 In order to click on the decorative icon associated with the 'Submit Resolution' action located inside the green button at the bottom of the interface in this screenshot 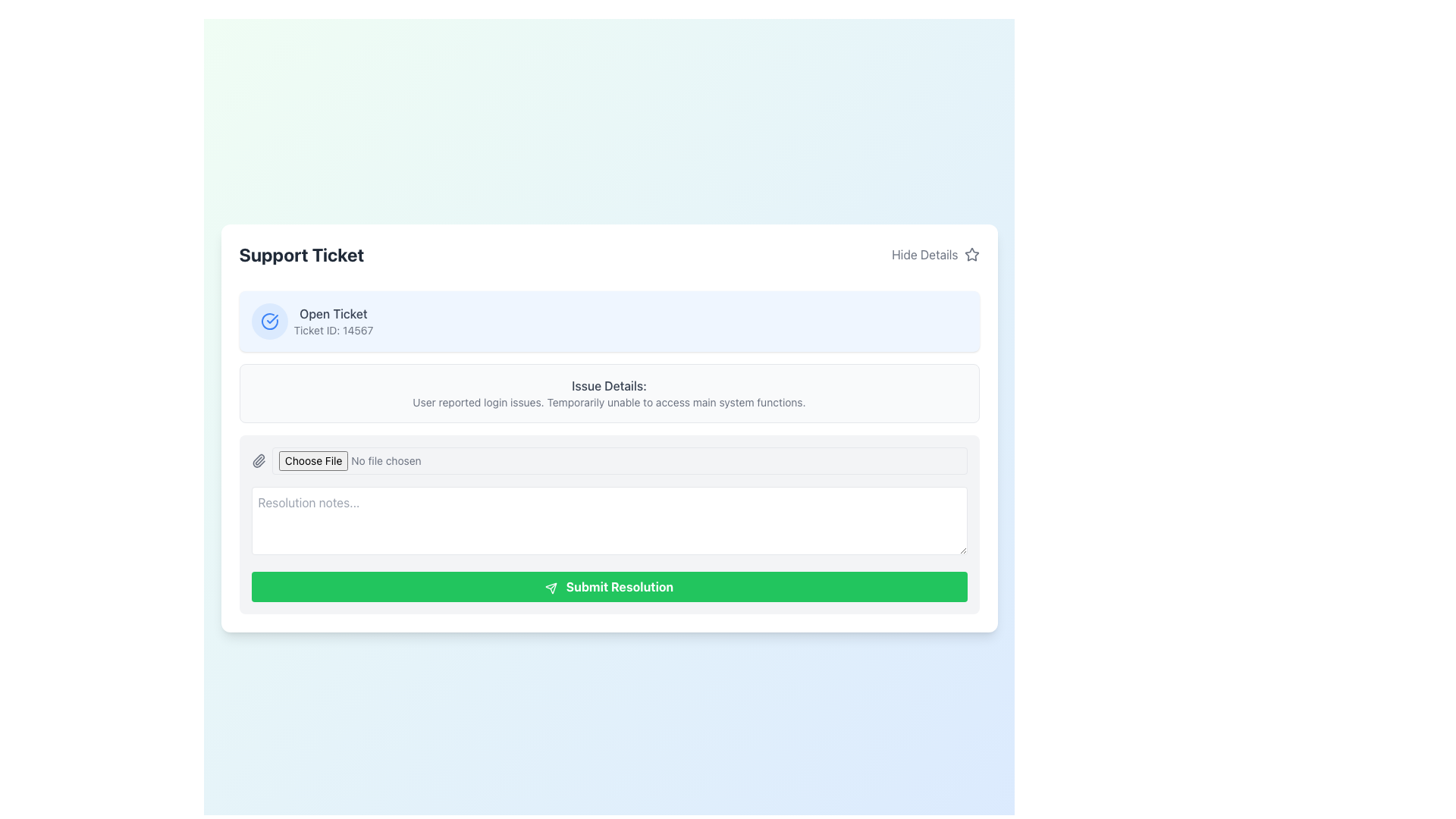, I will do `click(550, 587)`.